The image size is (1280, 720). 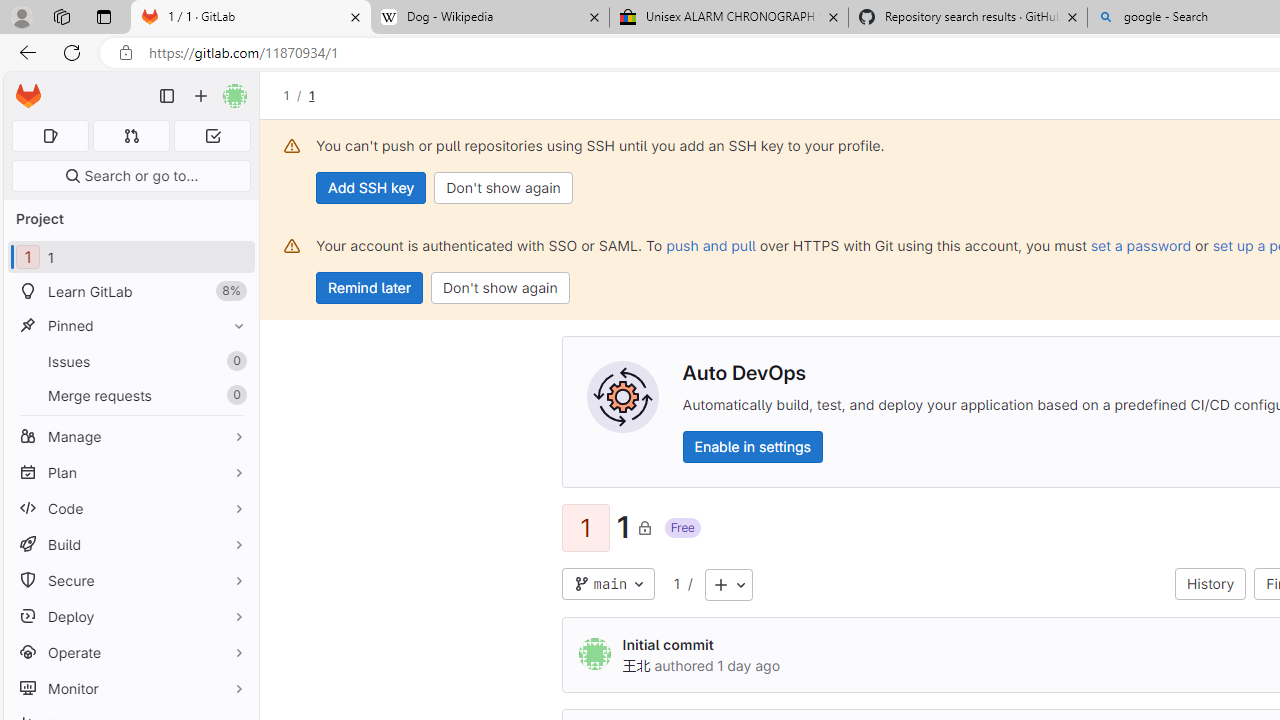 I want to click on 'Secure', so click(x=130, y=580).